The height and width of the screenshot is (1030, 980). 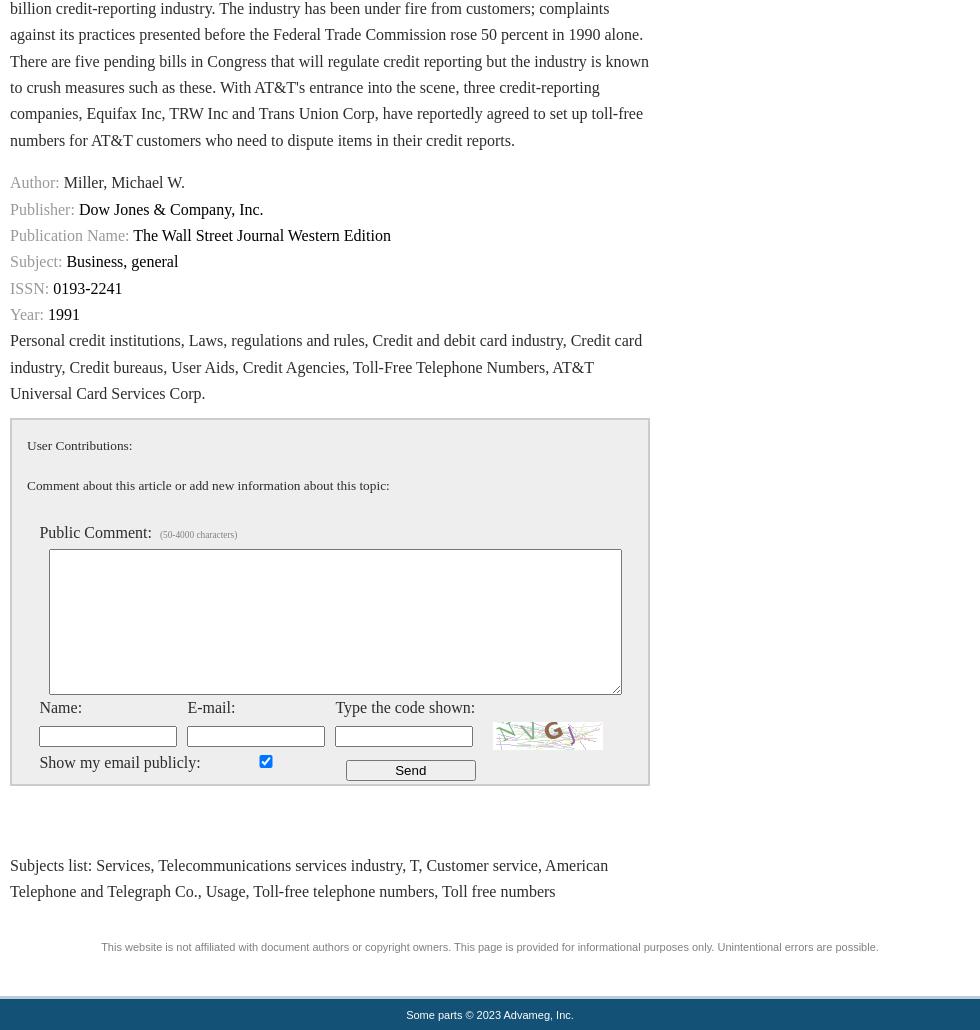 What do you see at coordinates (87, 286) in the screenshot?
I see `'0193-2241'` at bounding box center [87, 286].